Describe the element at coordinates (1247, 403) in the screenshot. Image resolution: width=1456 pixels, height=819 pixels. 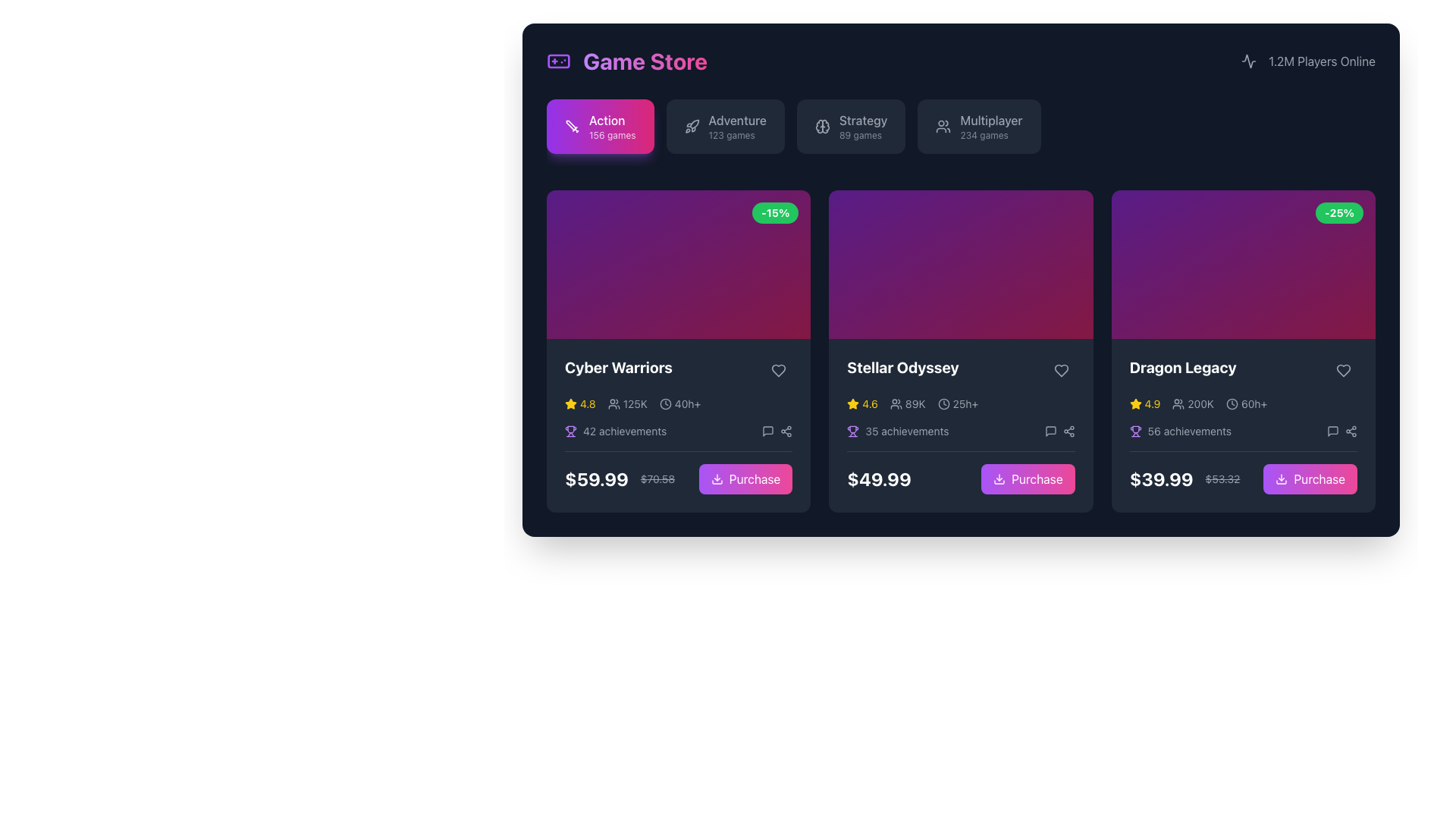
I see `the '60h+' label with a clock icon located in the gameplay details section of the 'Dragon Legacy' game card, positioned below the player count and above the achievement details` at that location.